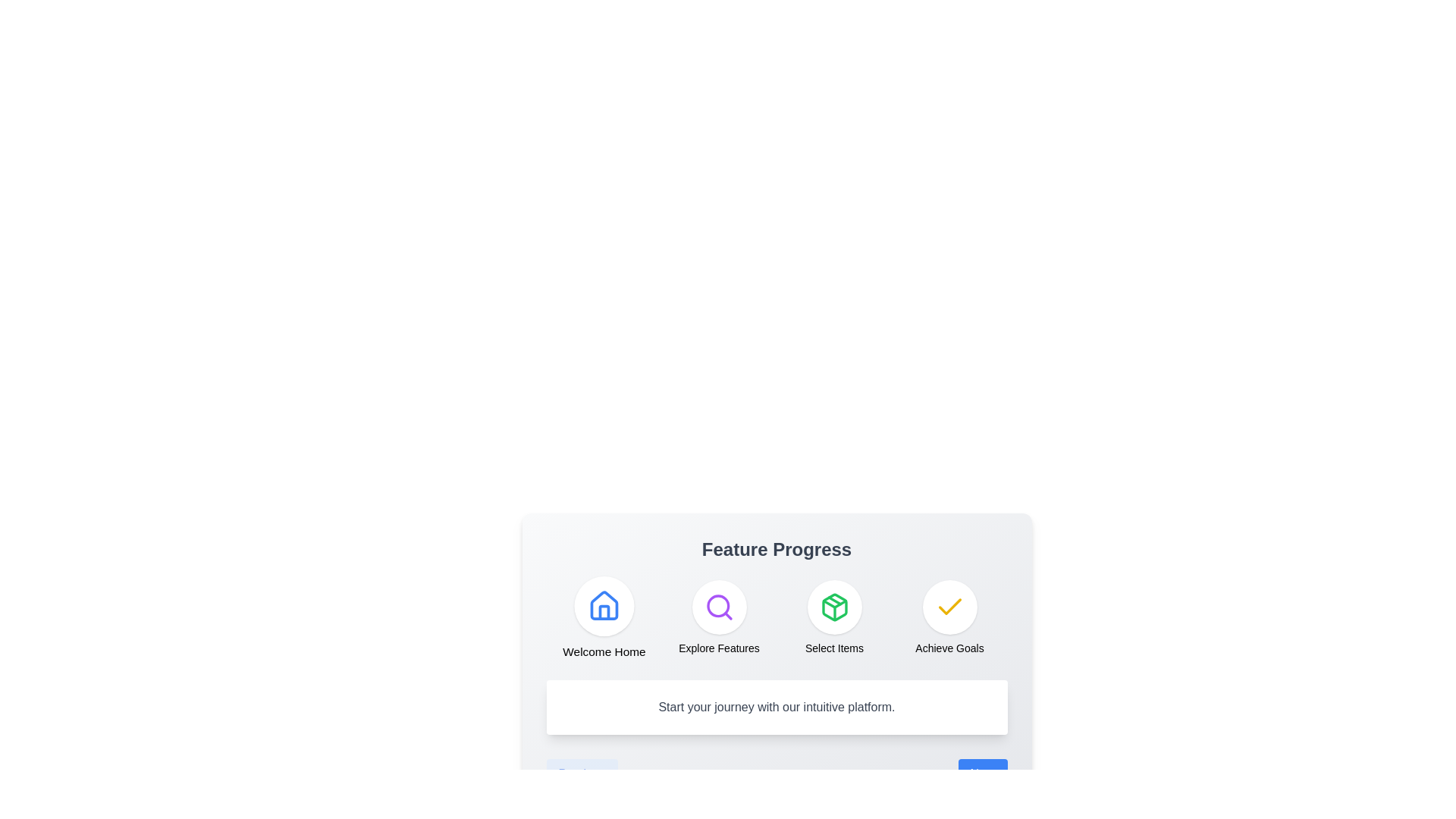 The width and height of the screenshot is (1456, 819). I want to click on the Previous button to navigate through the steps, so click(581, 774).